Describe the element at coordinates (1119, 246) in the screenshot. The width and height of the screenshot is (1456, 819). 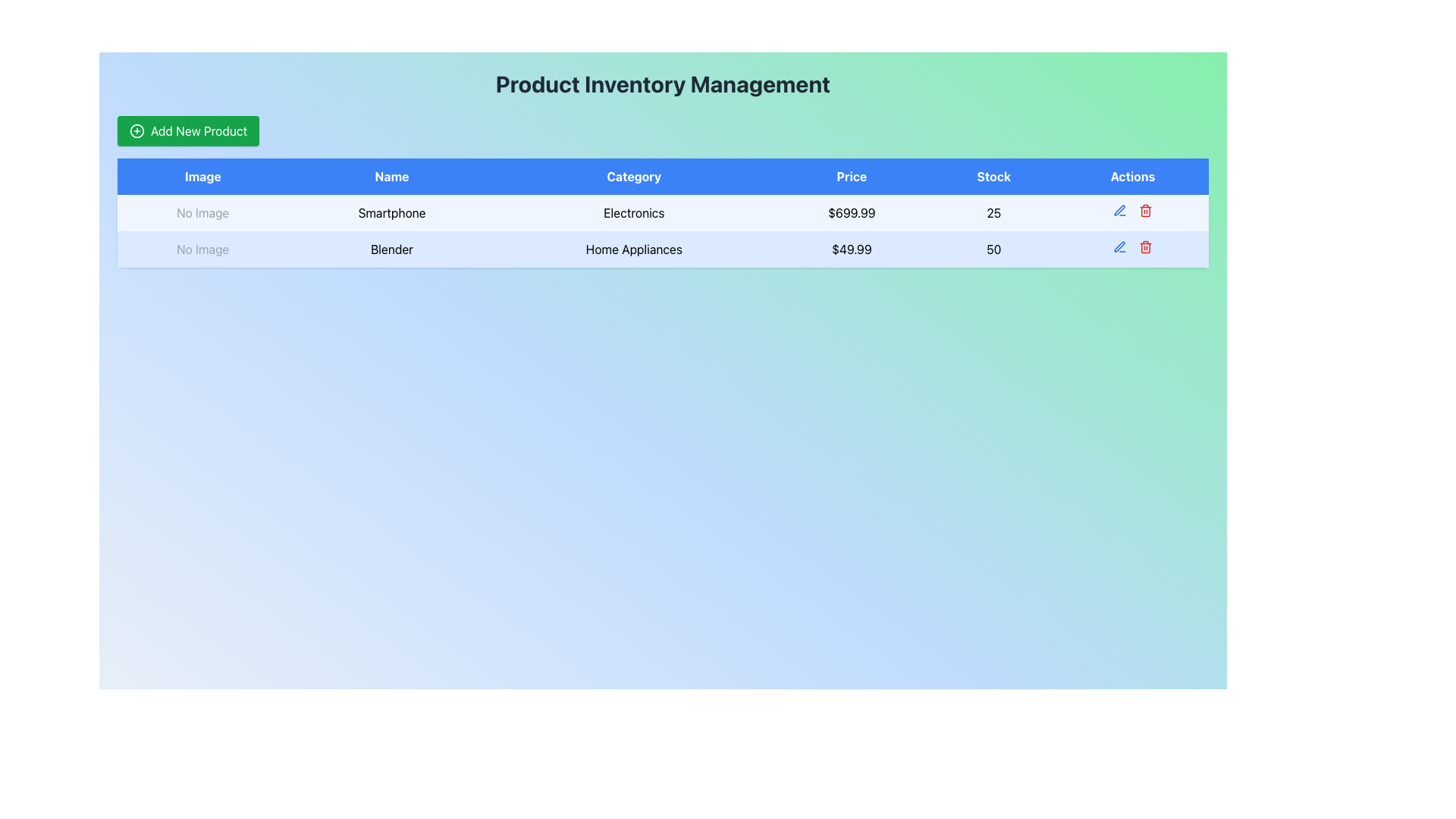
I see `the pen icon in the 'Actions' column of the second row of the table to initiate an edit action` at that location.